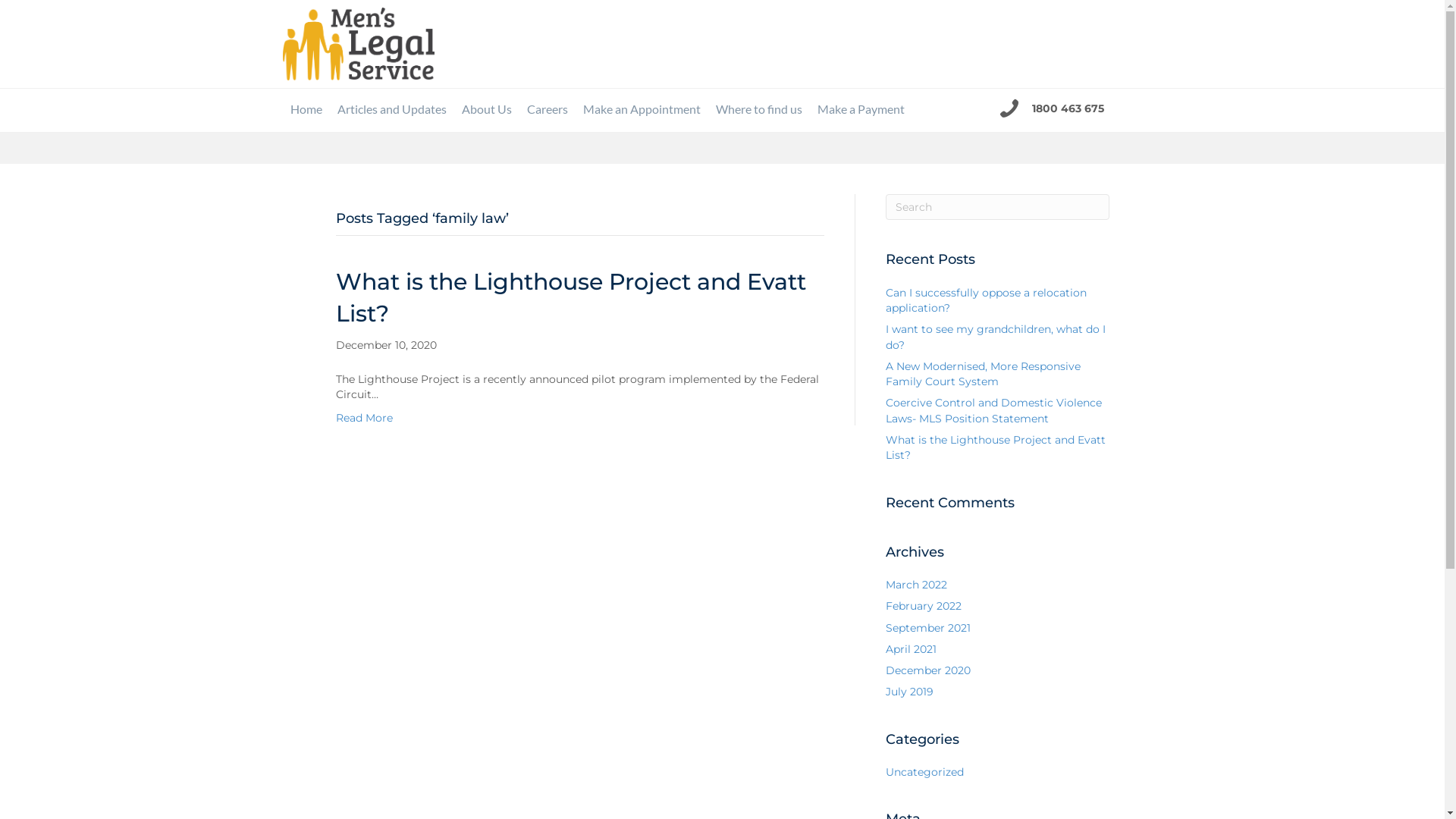 The image size is (1456, 819). What do you see at coordinates (708, 108) in the screenshot?
I see `'Where to find us'` at bounding box center [708, 108].